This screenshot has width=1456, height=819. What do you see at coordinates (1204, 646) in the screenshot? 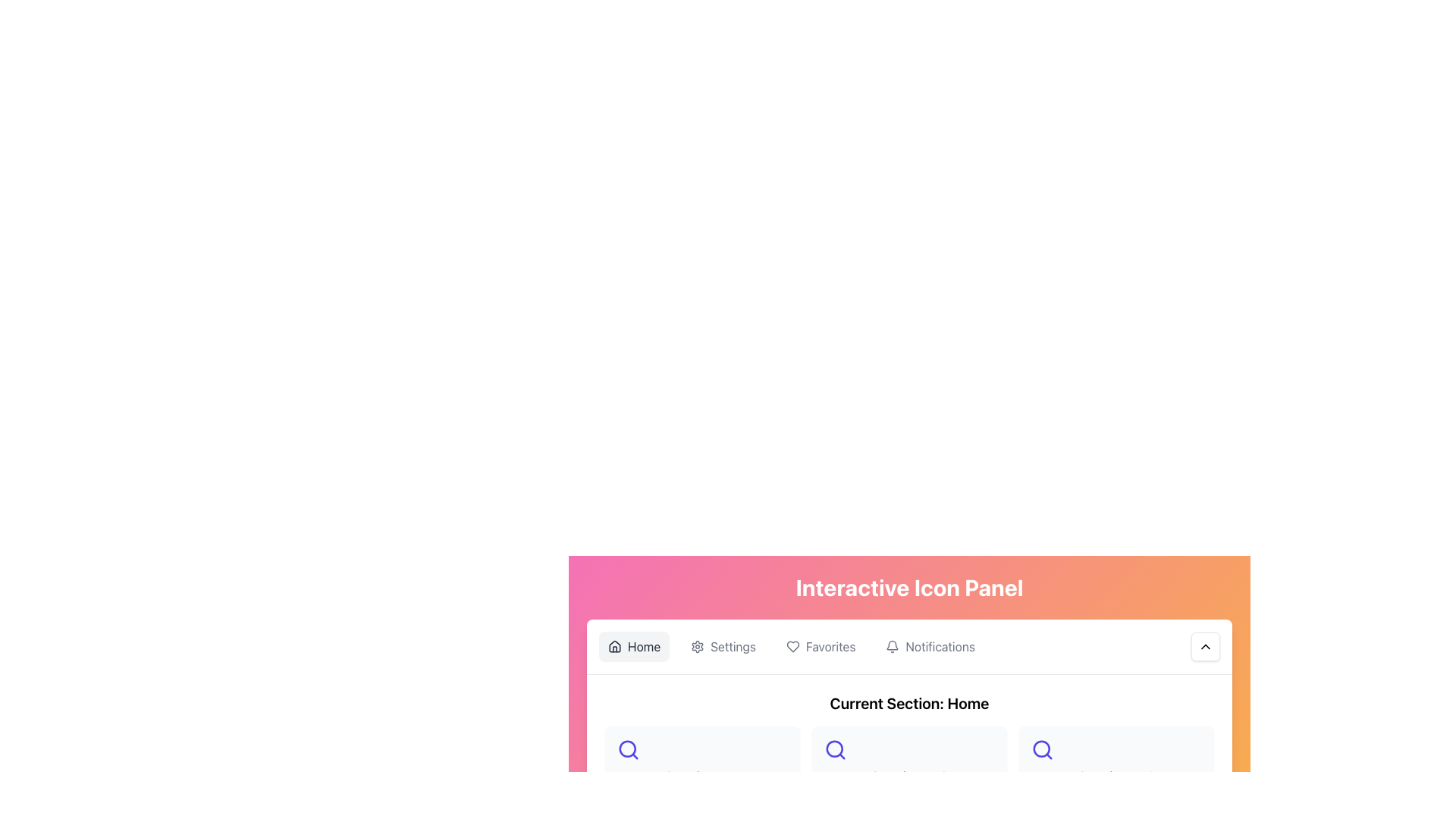
I see `the upward-pointing arrow icon located at the top right corner of the panel` at bounding box center [1204, 646].